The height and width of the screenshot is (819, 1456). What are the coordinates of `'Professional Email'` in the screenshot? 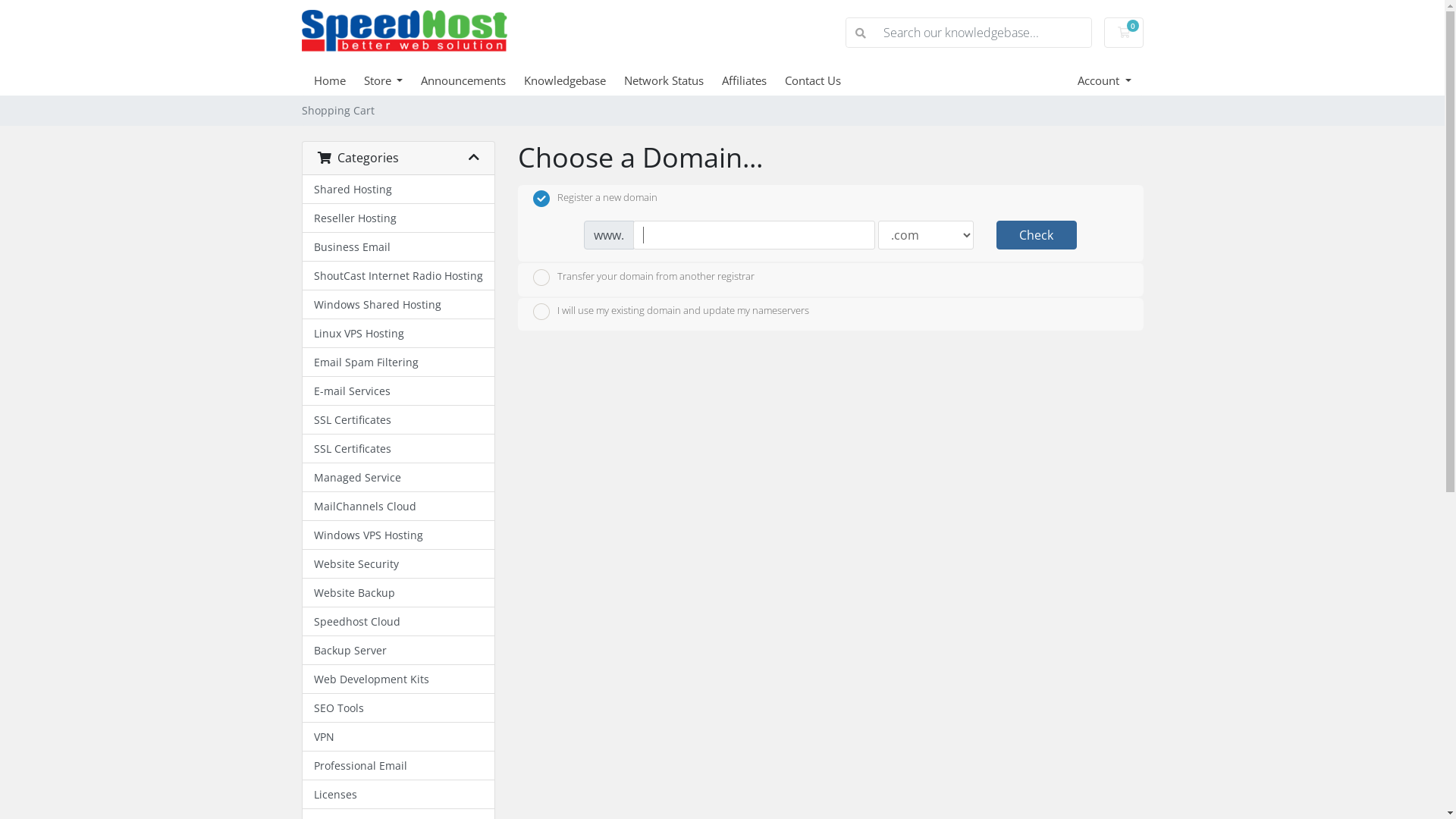 It's located at (302, 766).